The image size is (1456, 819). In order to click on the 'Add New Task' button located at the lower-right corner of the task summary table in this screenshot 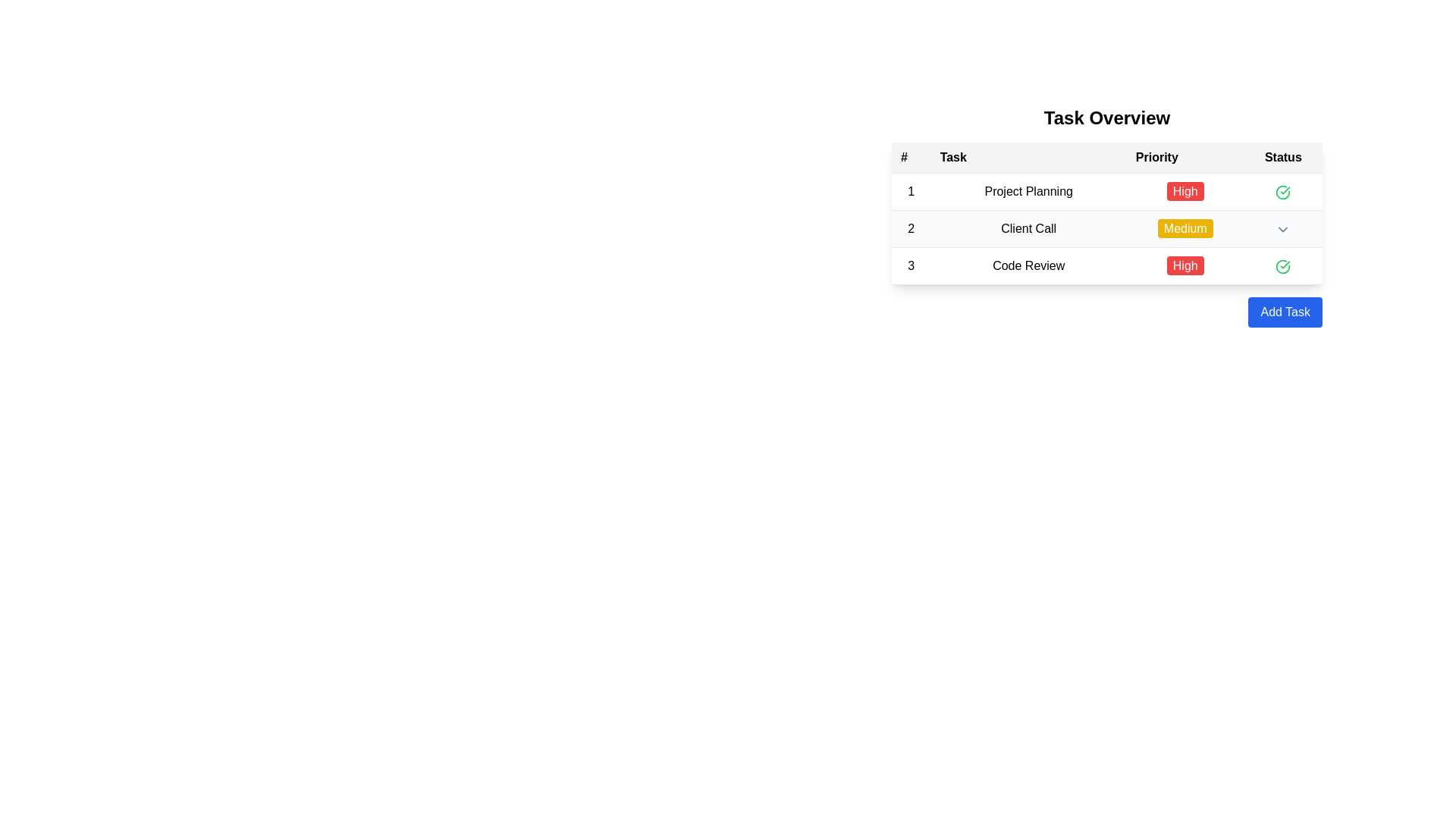, I will do `click(1285, 312)`.